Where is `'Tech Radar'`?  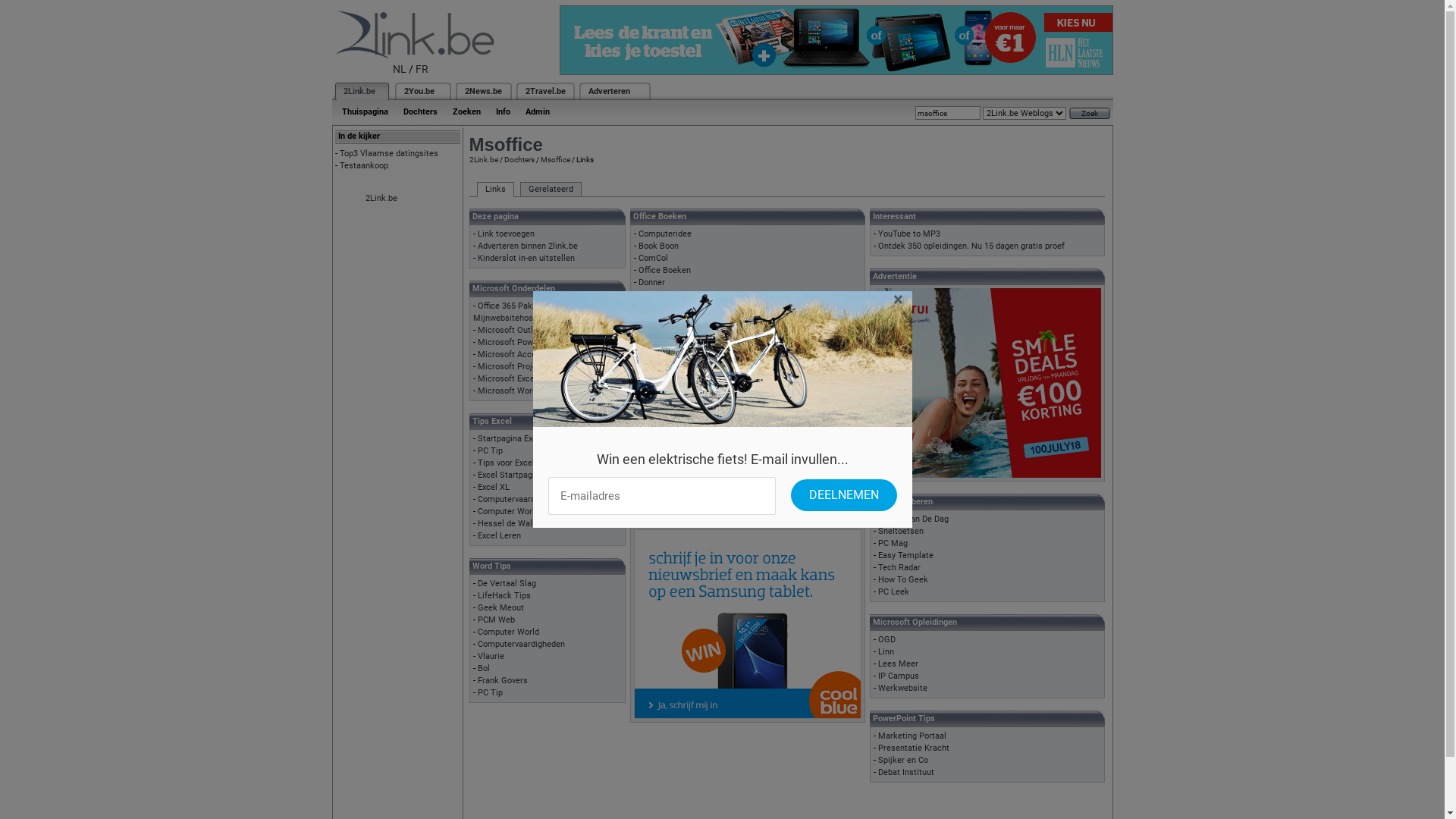
'Tech Radar' is located at coordinates (899, 567).